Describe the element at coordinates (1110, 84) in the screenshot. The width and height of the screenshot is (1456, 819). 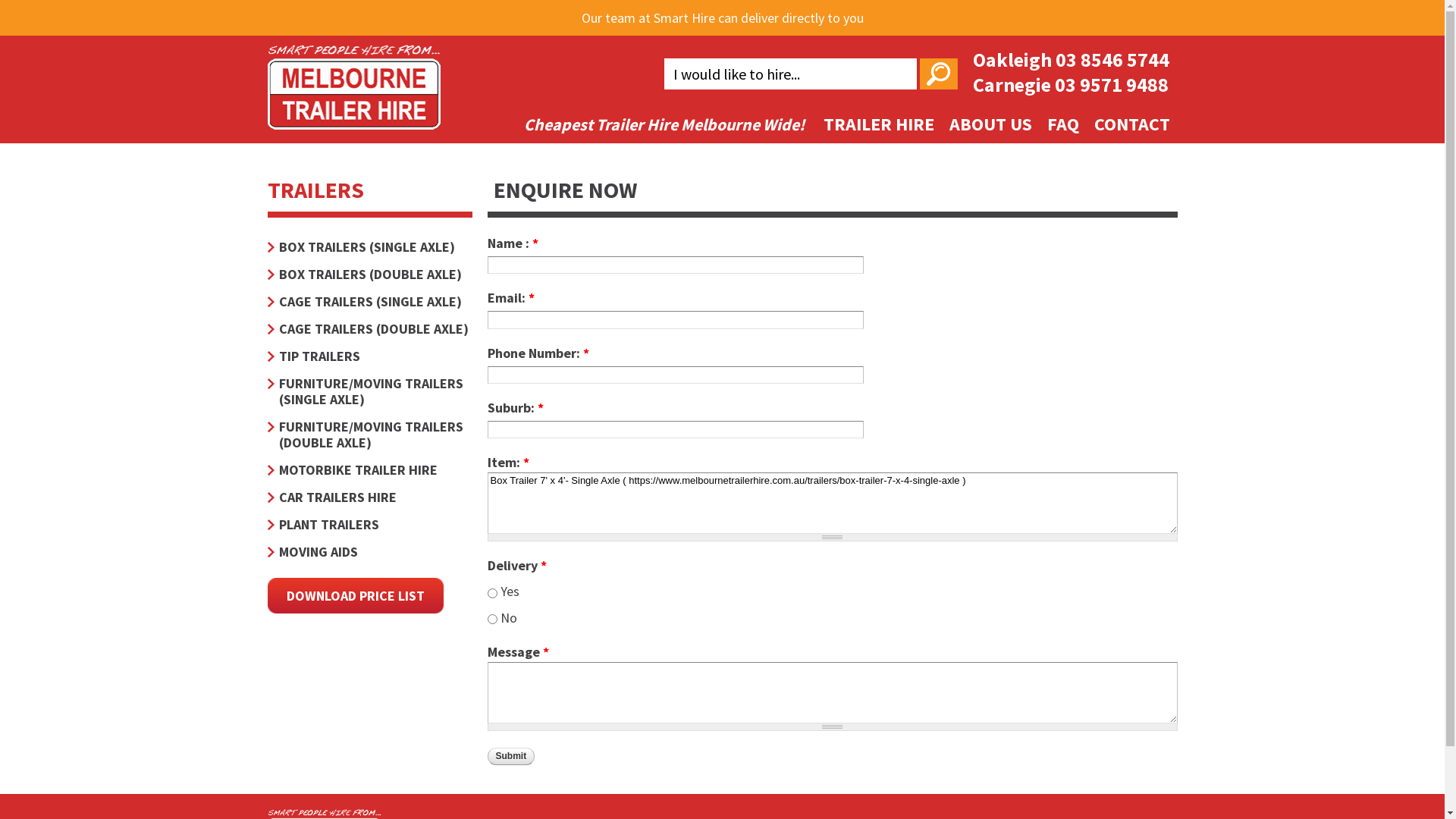
I see `'03 9571 9488'` at that location.